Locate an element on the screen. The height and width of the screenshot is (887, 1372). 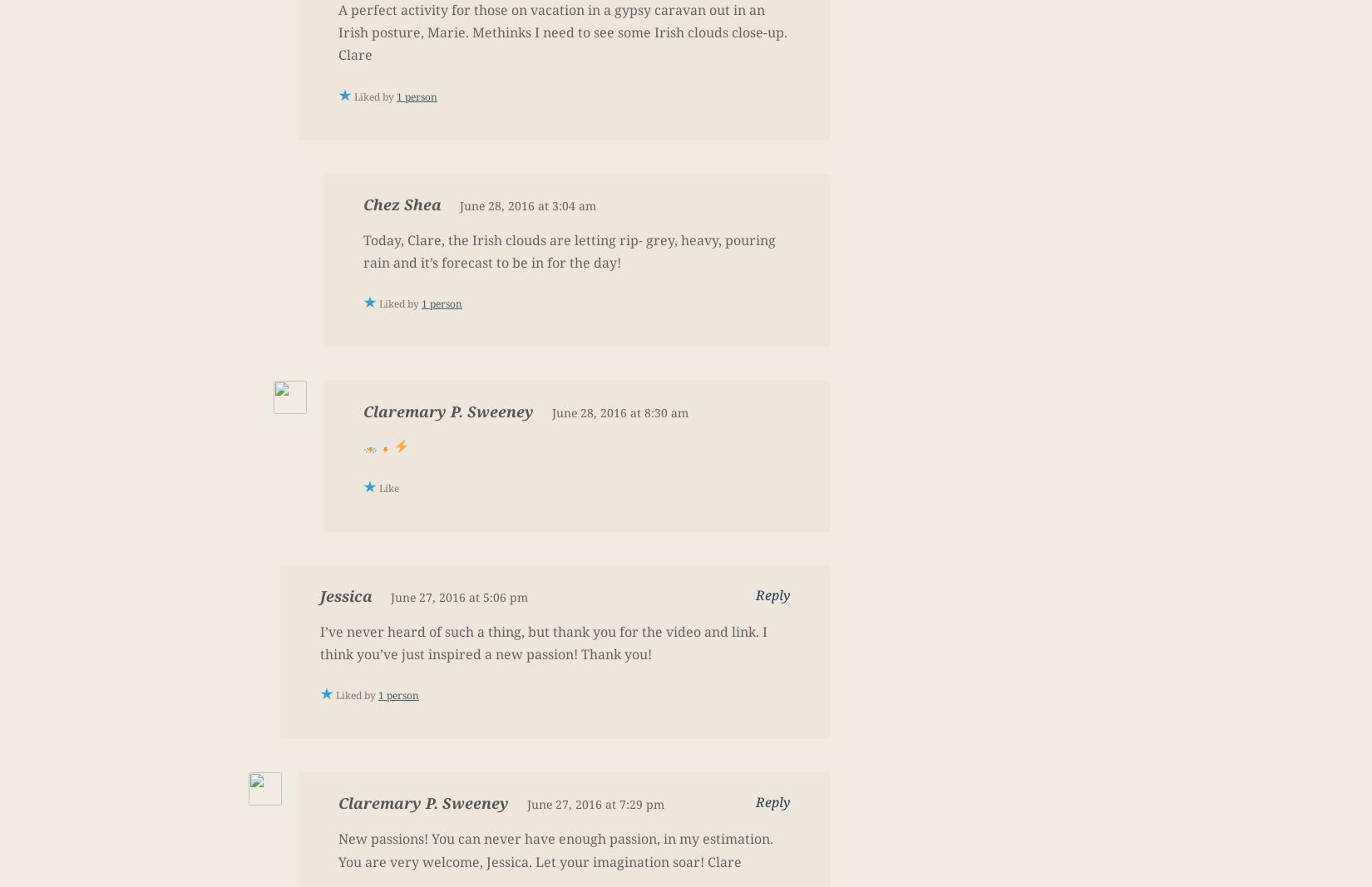
'Like' is located at coordinates (387, 488).